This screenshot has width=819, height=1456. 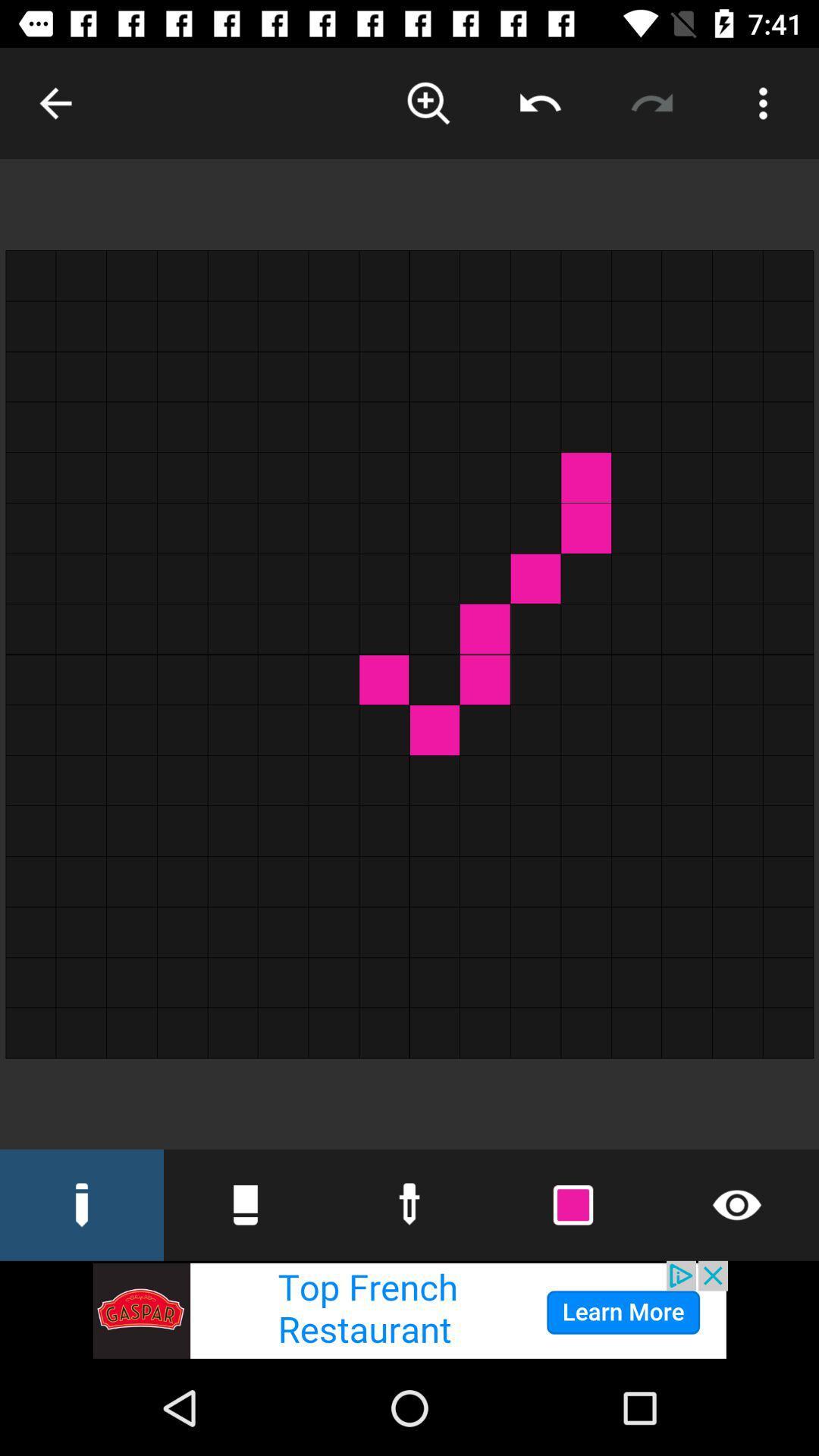 What do you see at coordinates (539, 102) in the screenshot?
I see `backword option` at bounding box center [539, 102].